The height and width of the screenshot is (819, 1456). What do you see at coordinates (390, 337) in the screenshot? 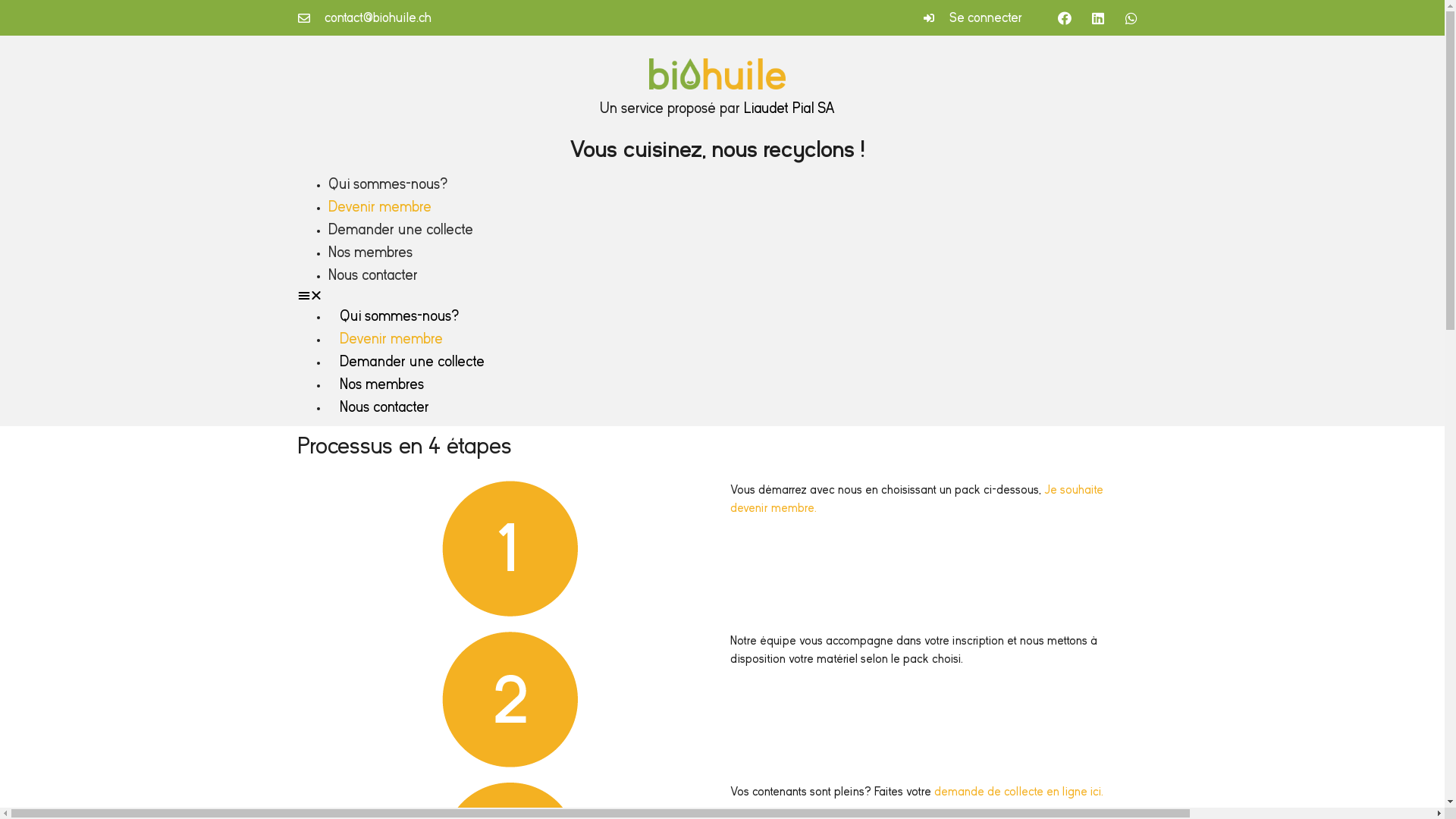
I see `'Devenir membre'` at bounding box center [390, 337].